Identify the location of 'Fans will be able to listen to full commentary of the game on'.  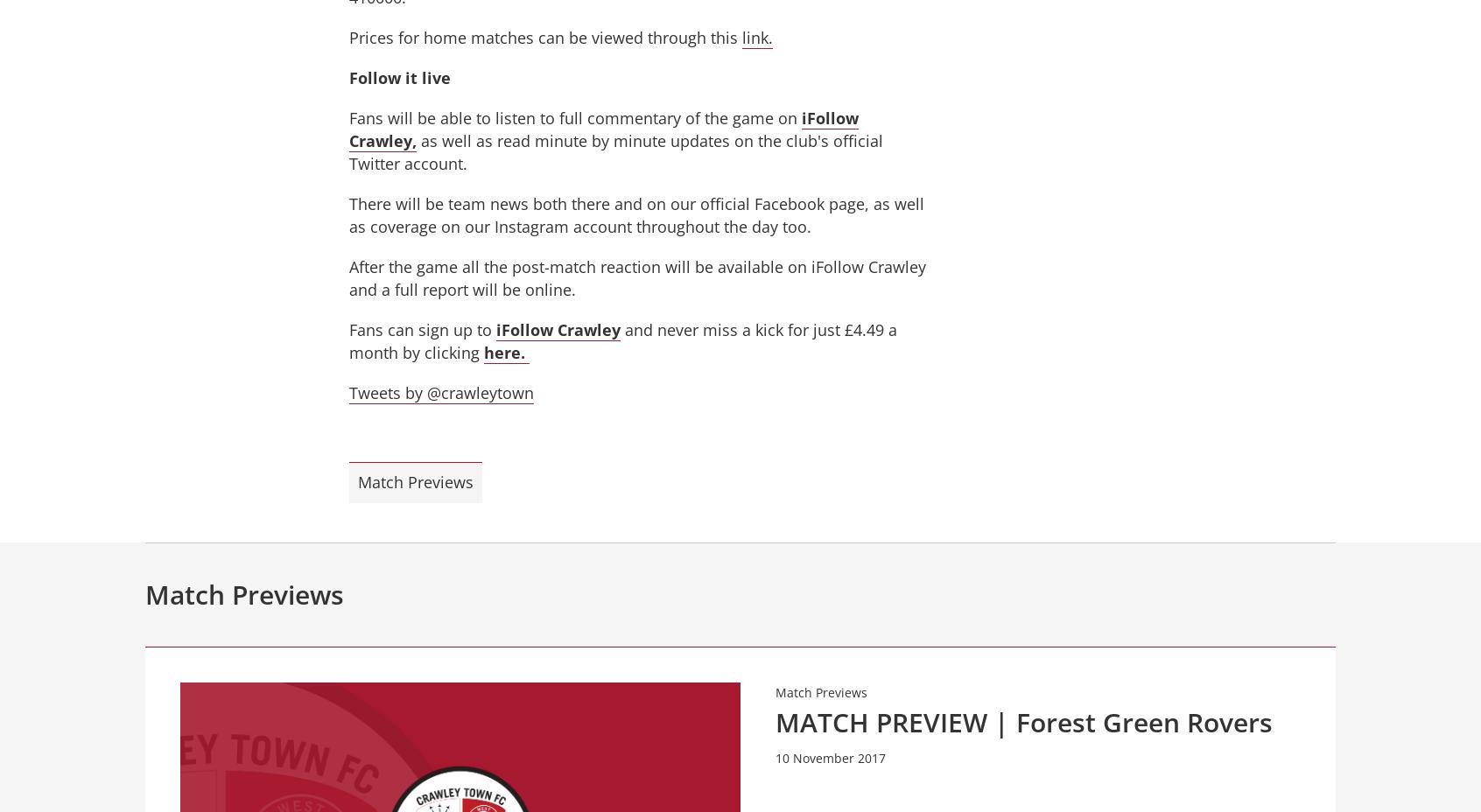
(575, 117).